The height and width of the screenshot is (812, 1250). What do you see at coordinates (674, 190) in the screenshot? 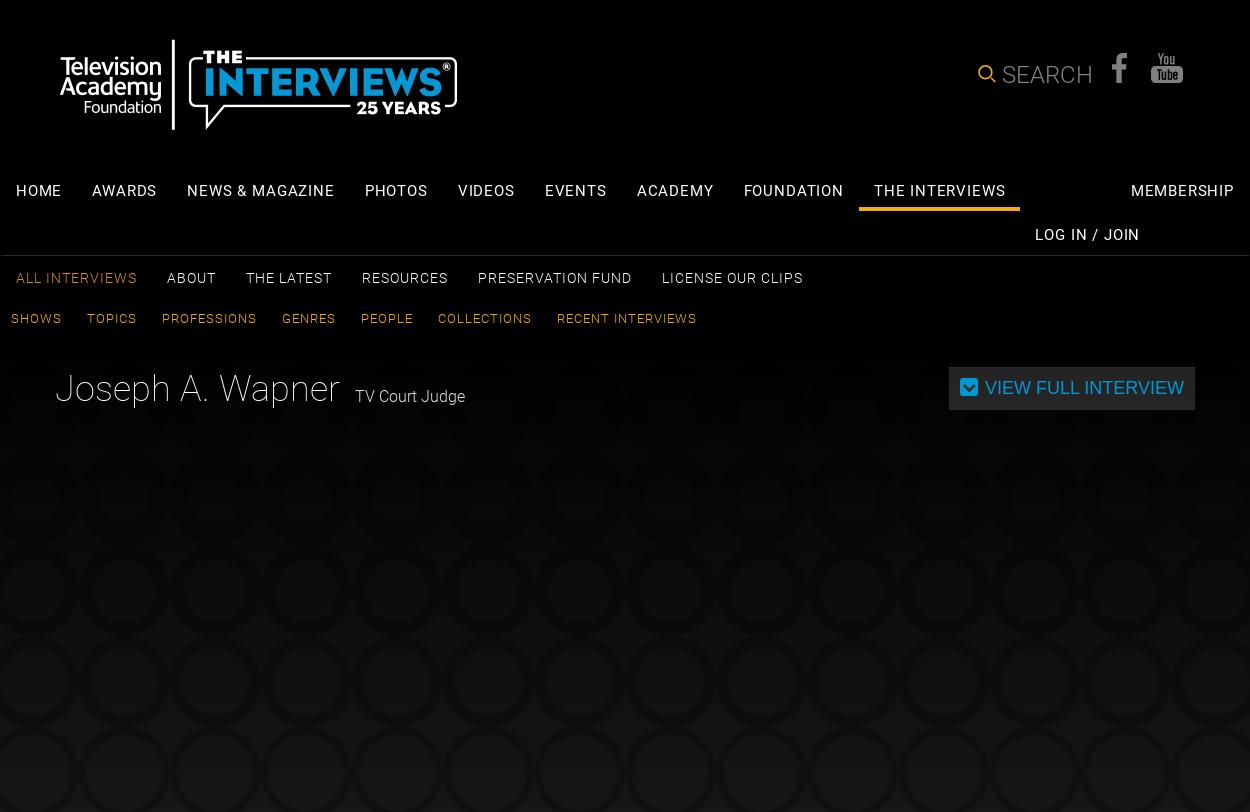
I see `'Academy'` at bounding box center [674, 190].